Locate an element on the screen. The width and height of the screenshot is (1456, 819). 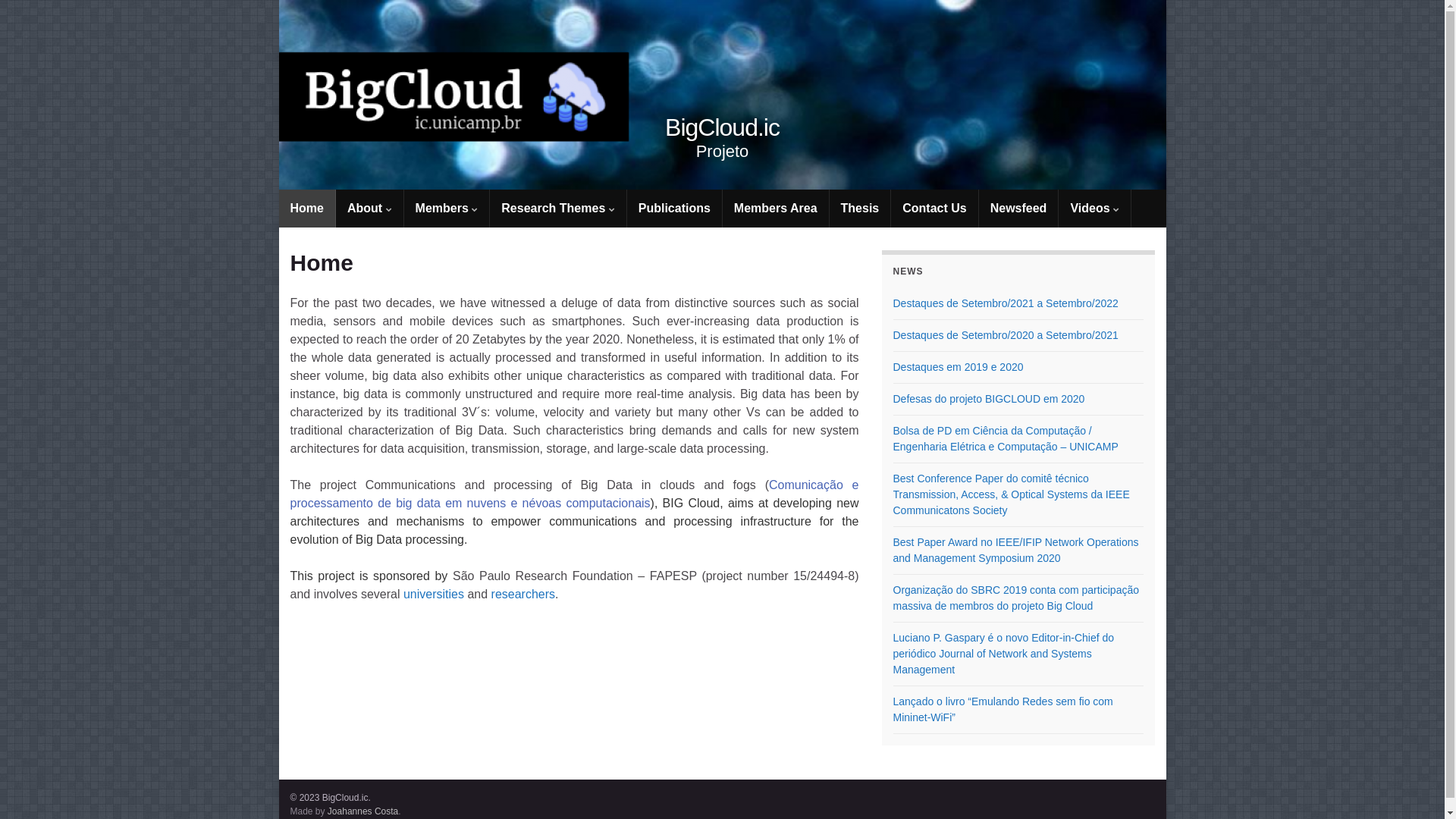
'About' is located at coordinates (369, 208).